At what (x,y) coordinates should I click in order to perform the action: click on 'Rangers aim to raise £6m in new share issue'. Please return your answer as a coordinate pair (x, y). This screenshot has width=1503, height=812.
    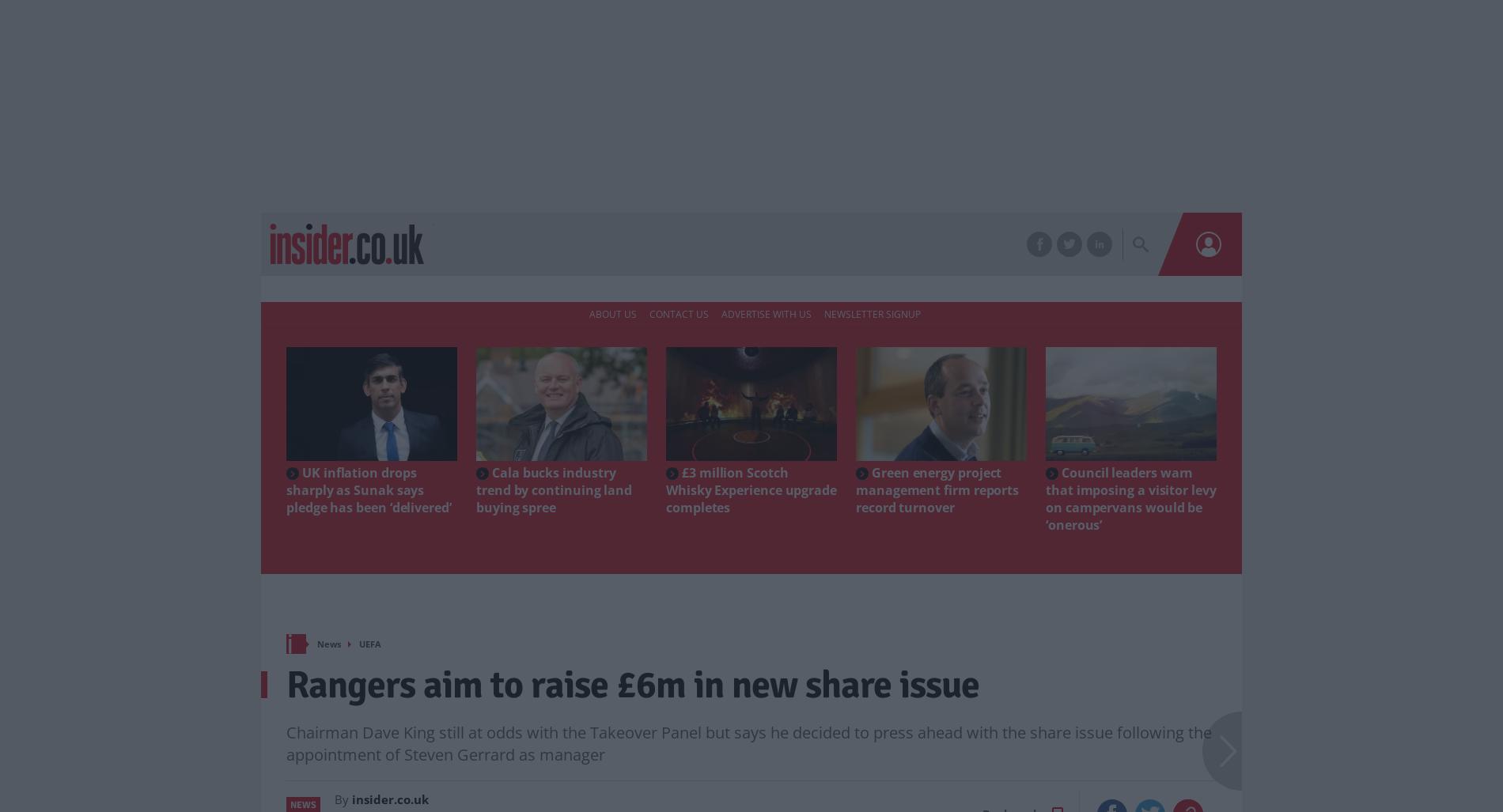
    Looking at the image, I should click on (632, 683).